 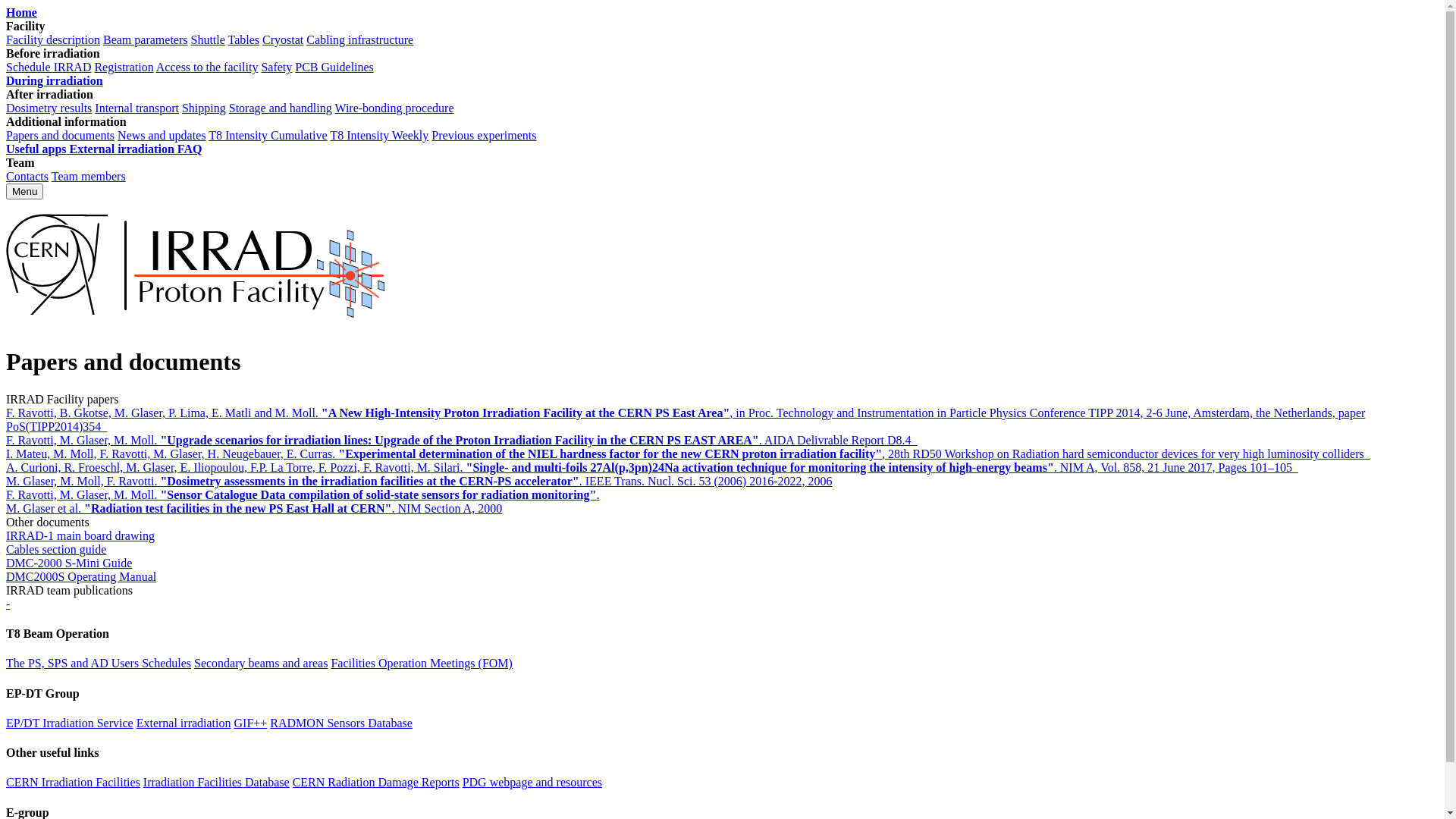 What do you see at coordinates (53, 39) in the screenshot?
I see `'Facility description'` at bounding box center [53, 39].